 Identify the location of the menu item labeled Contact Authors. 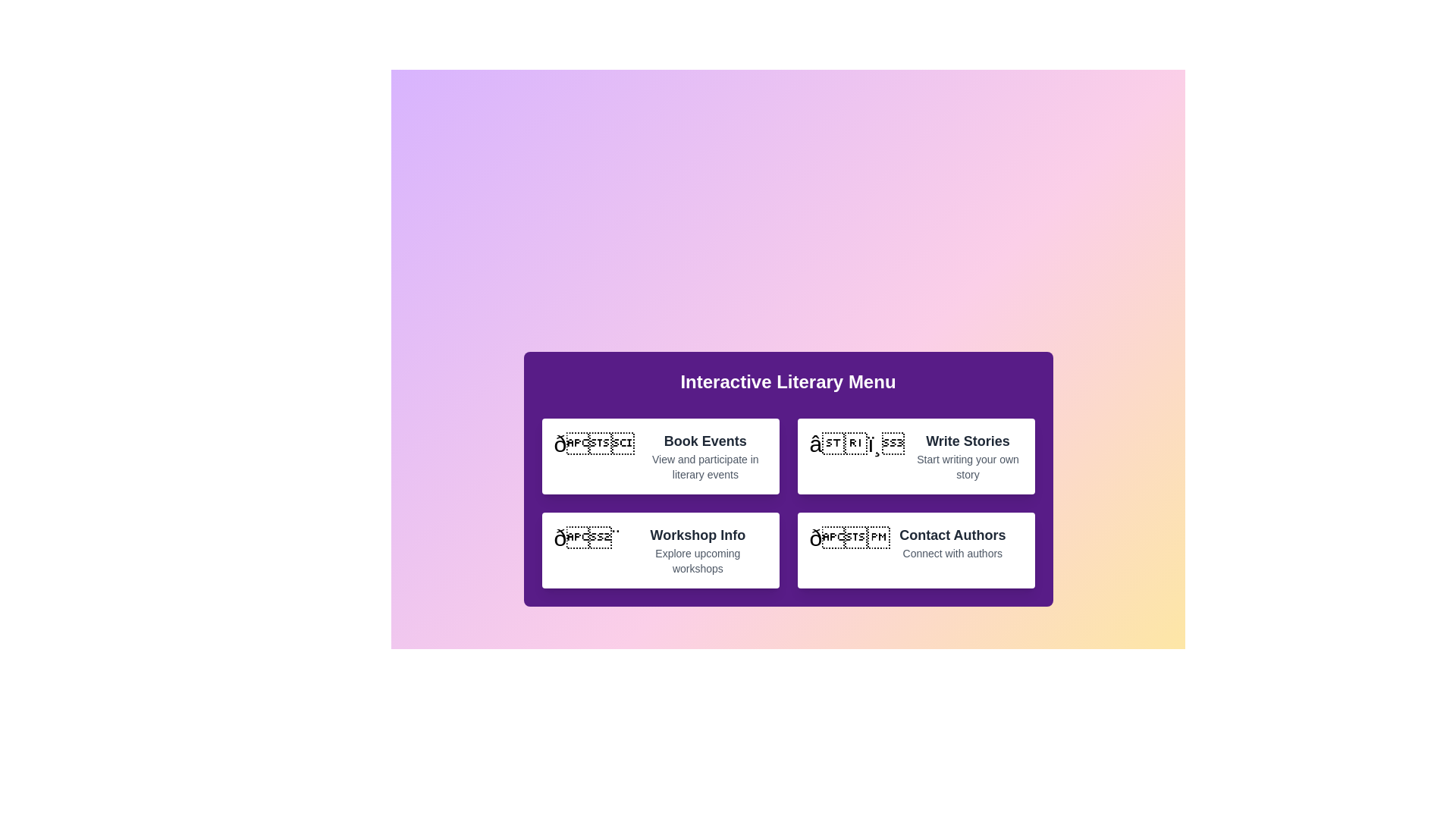
(915, 550).